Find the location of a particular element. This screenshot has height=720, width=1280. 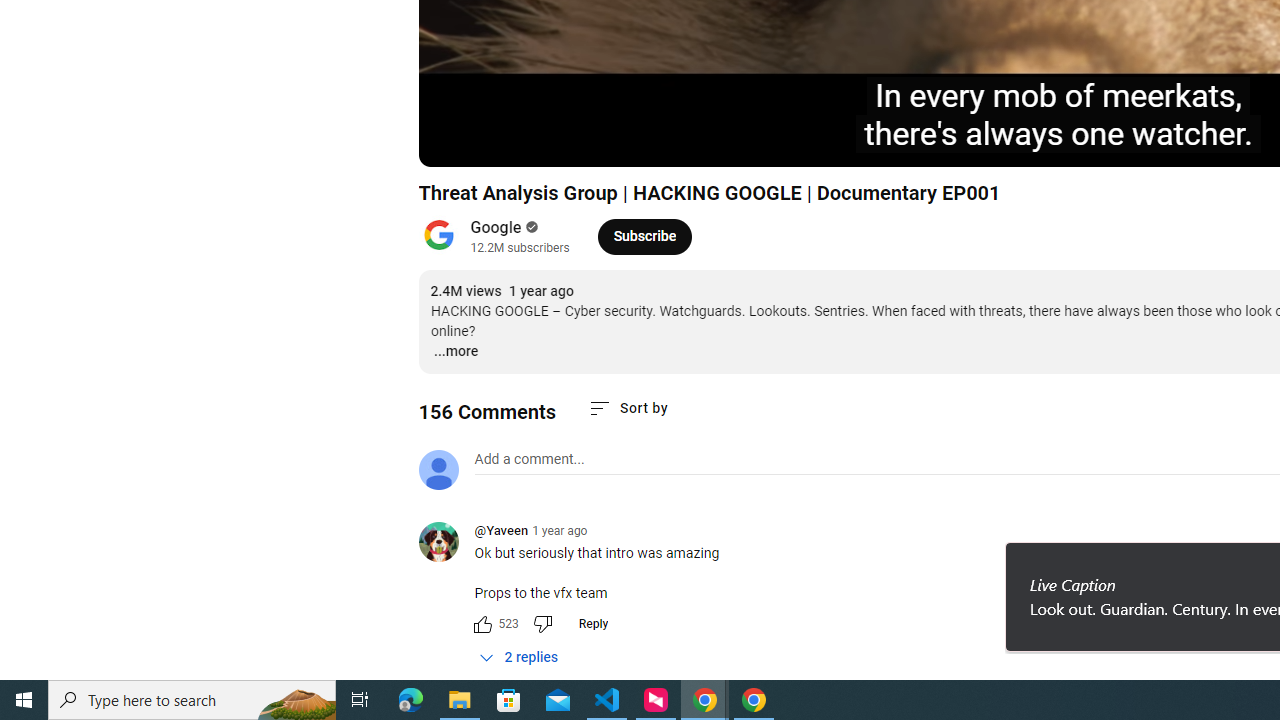

'Default profile photo' is located at coordinates (438, 470).